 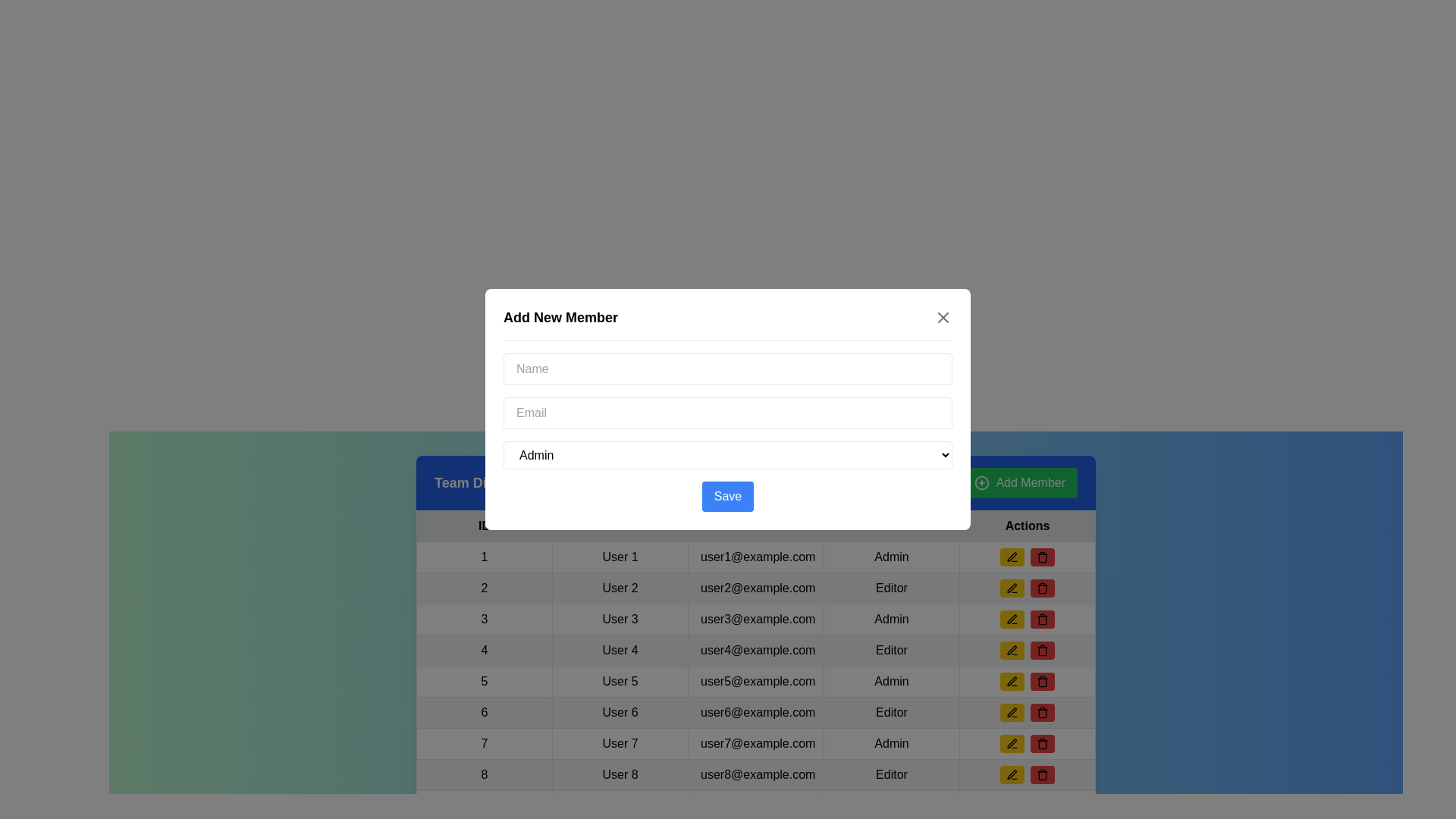 I want to click on the table cell displaying the user's name located in the second column of the third row within the user details table, so click(x=620, y=620).